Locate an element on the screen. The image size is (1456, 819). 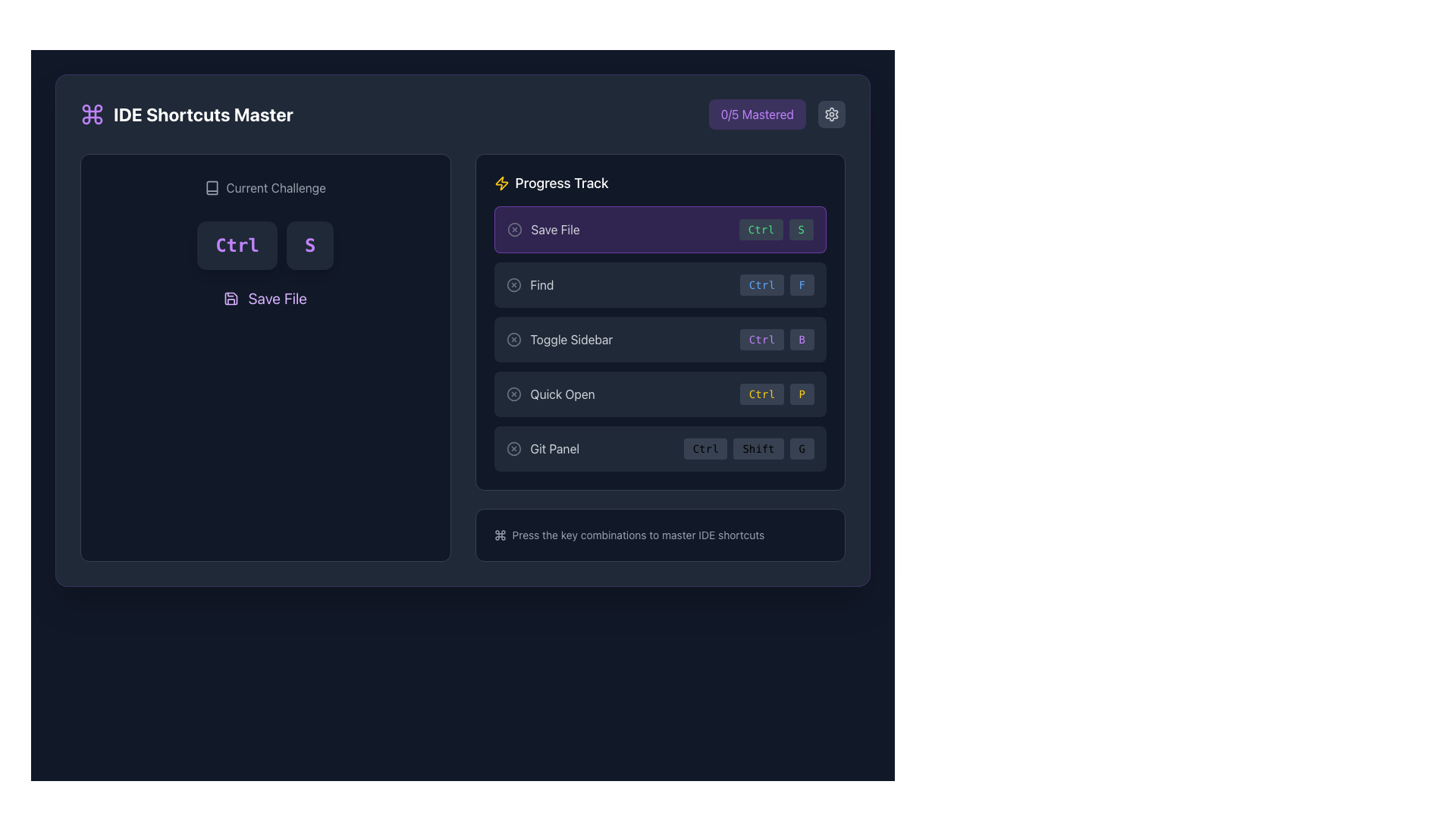
the circular close icon with a gray outline and close (X) symbol located to the left of the word 'Find' in the 'Progress Track' section is located at coordinates (513, 284).